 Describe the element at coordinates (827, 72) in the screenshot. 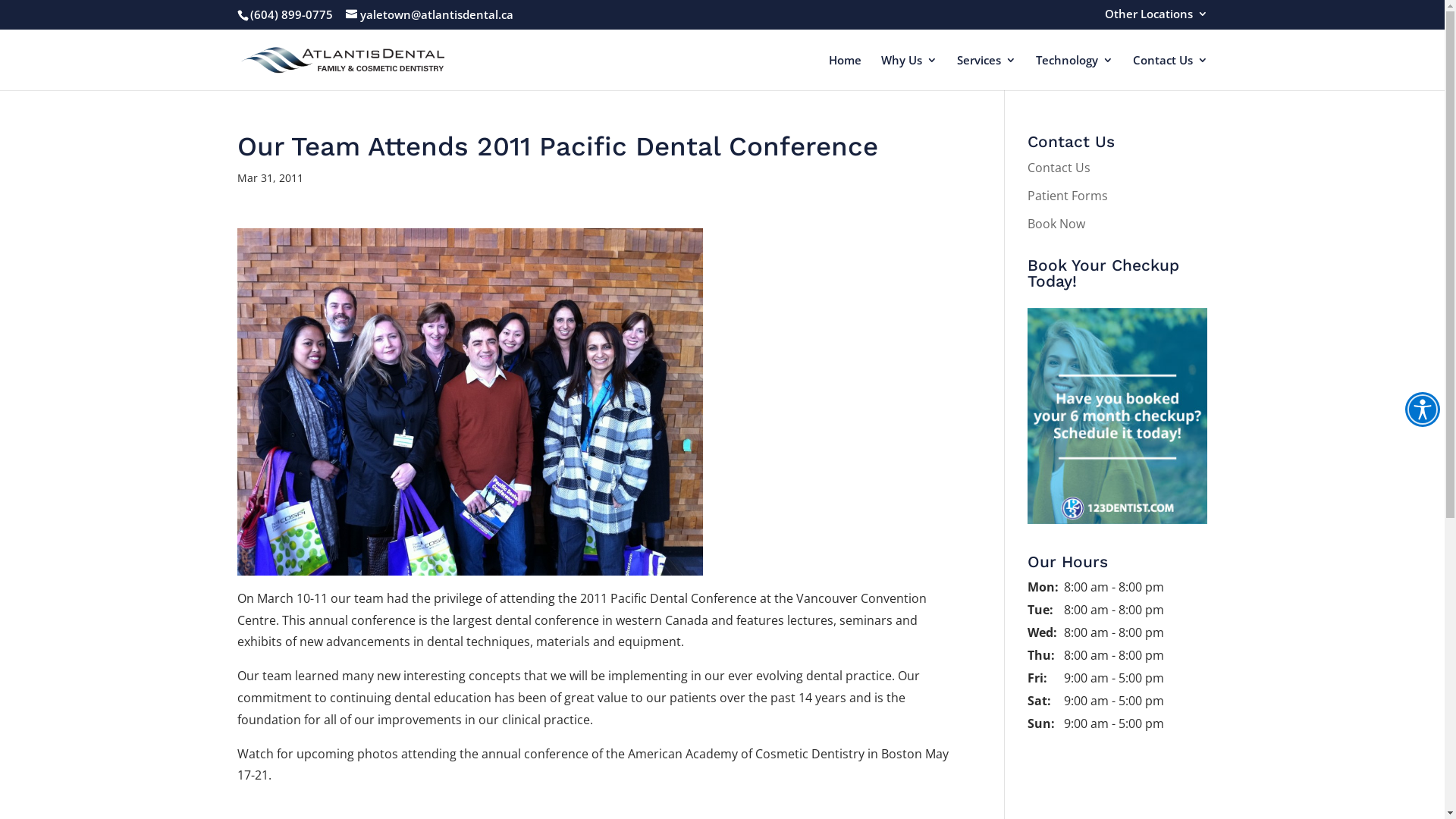

I see `'Home'` at that location.